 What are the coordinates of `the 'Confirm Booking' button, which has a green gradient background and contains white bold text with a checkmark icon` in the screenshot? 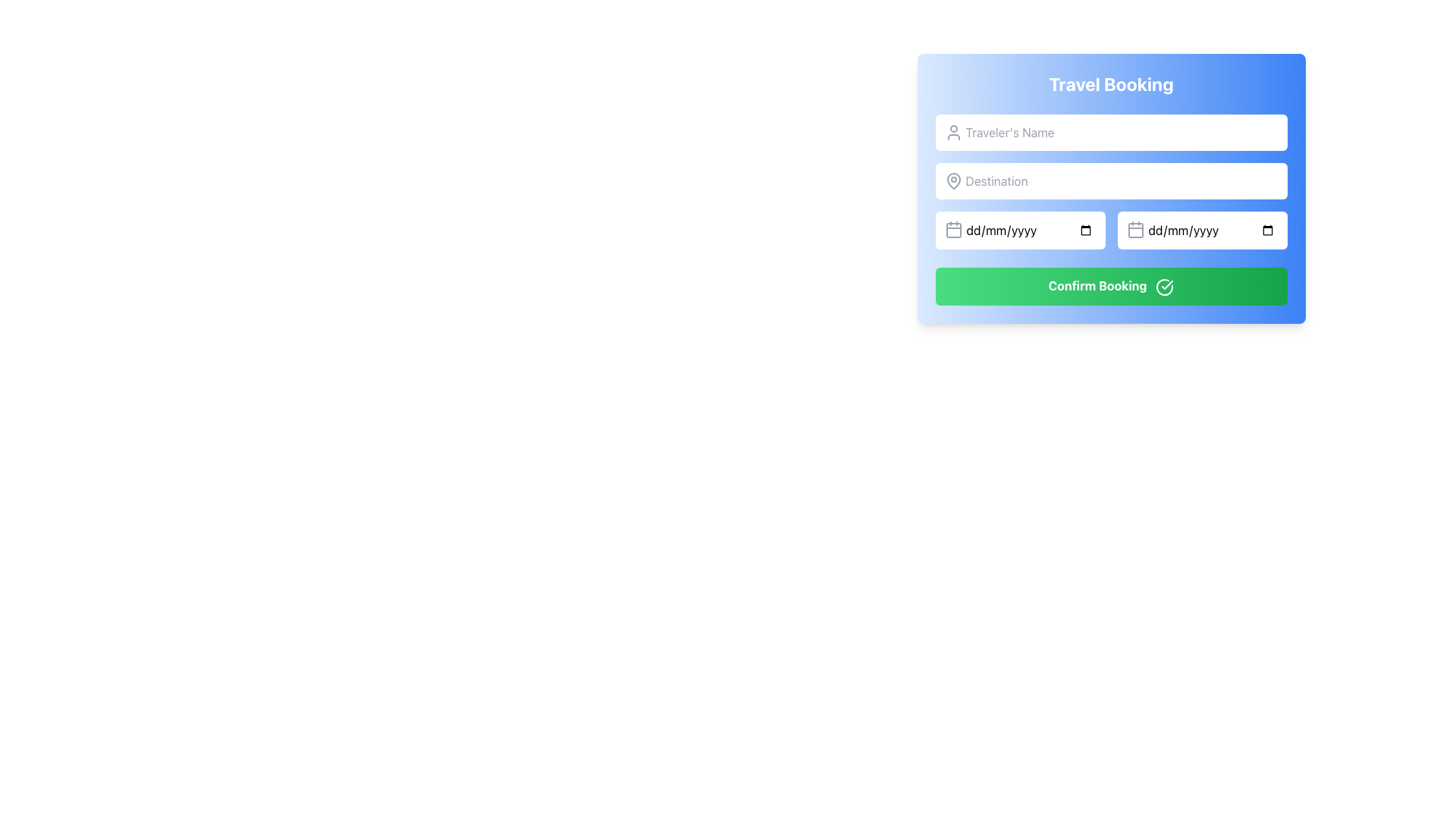 It's located at (1111, 286).